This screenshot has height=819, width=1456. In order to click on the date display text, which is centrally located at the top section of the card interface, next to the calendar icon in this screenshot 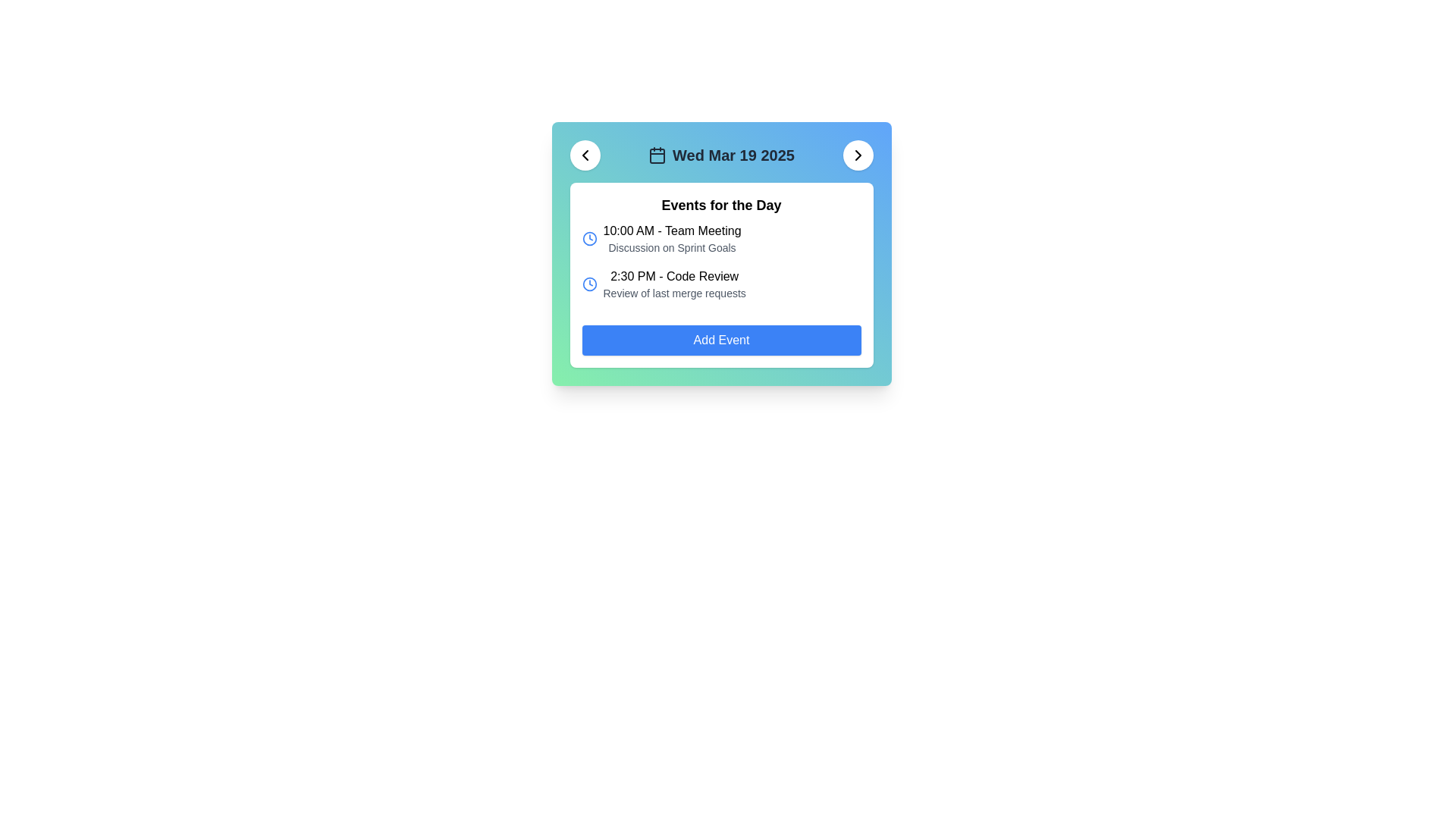, I will do `click(733, 155)`.